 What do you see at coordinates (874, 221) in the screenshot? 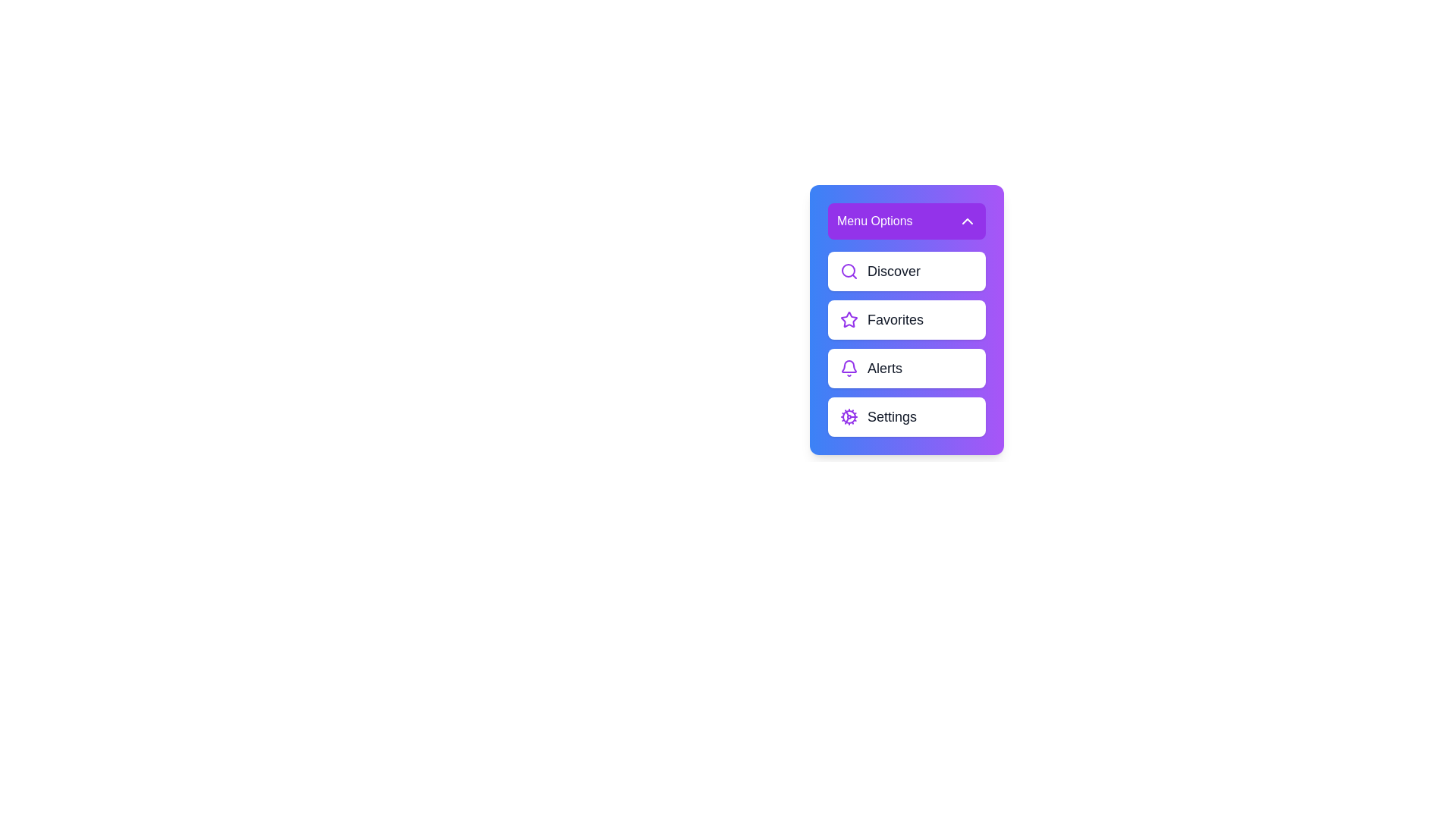
I see `the purple rectangular button labeled 'Menu Options' which is located at the top segment of the menu interface, centrally aligned with the title text and positioned beside an upward-pointing arrow icon` at bounding box center [874, 221].